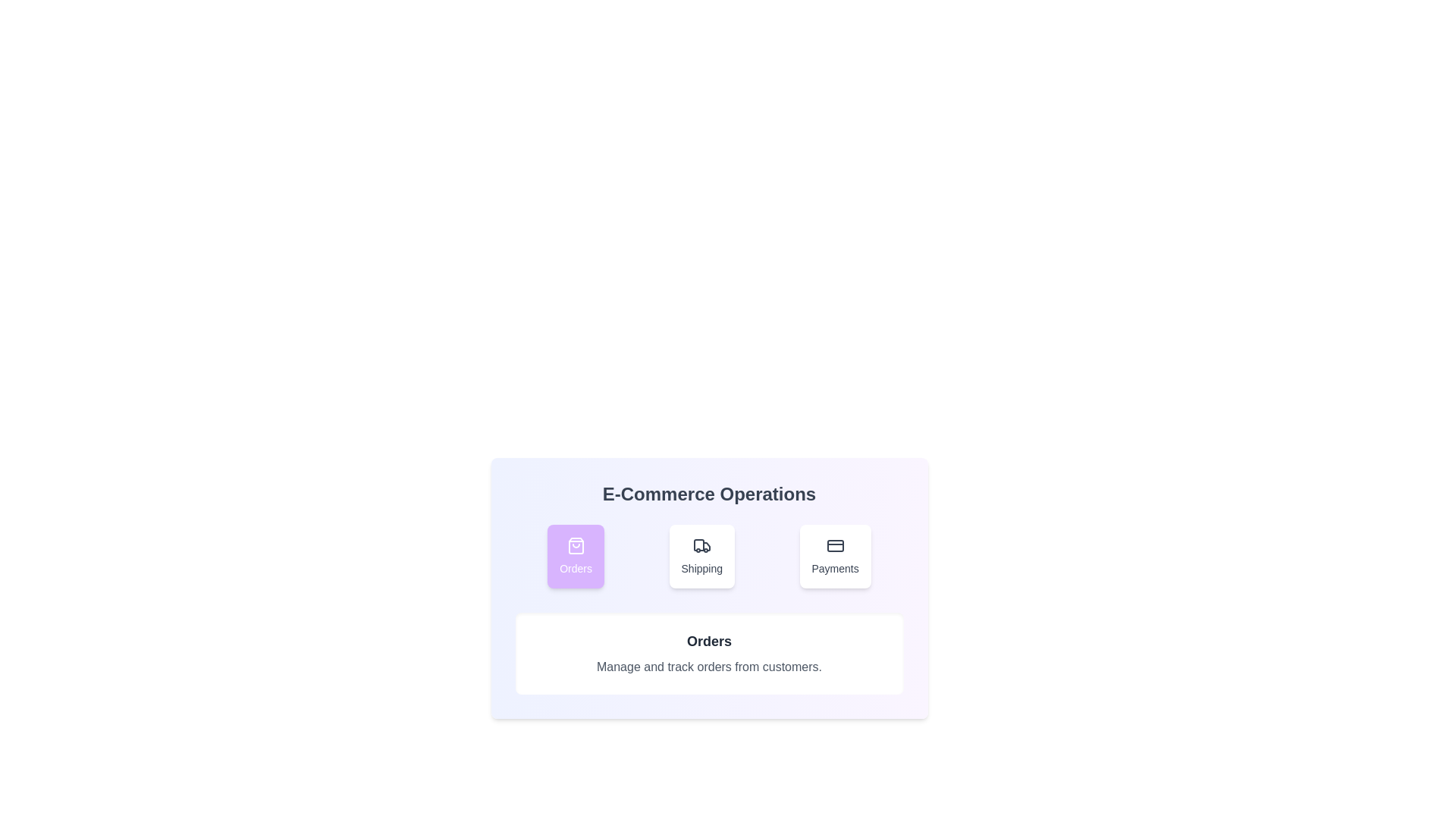  What do you see at coordinates (708, 556) in the screenshot?
I see `the 'Shipping' navigation button located in the middle of the 'E-Commerce Operations' section` at bounding box center [708, 556].